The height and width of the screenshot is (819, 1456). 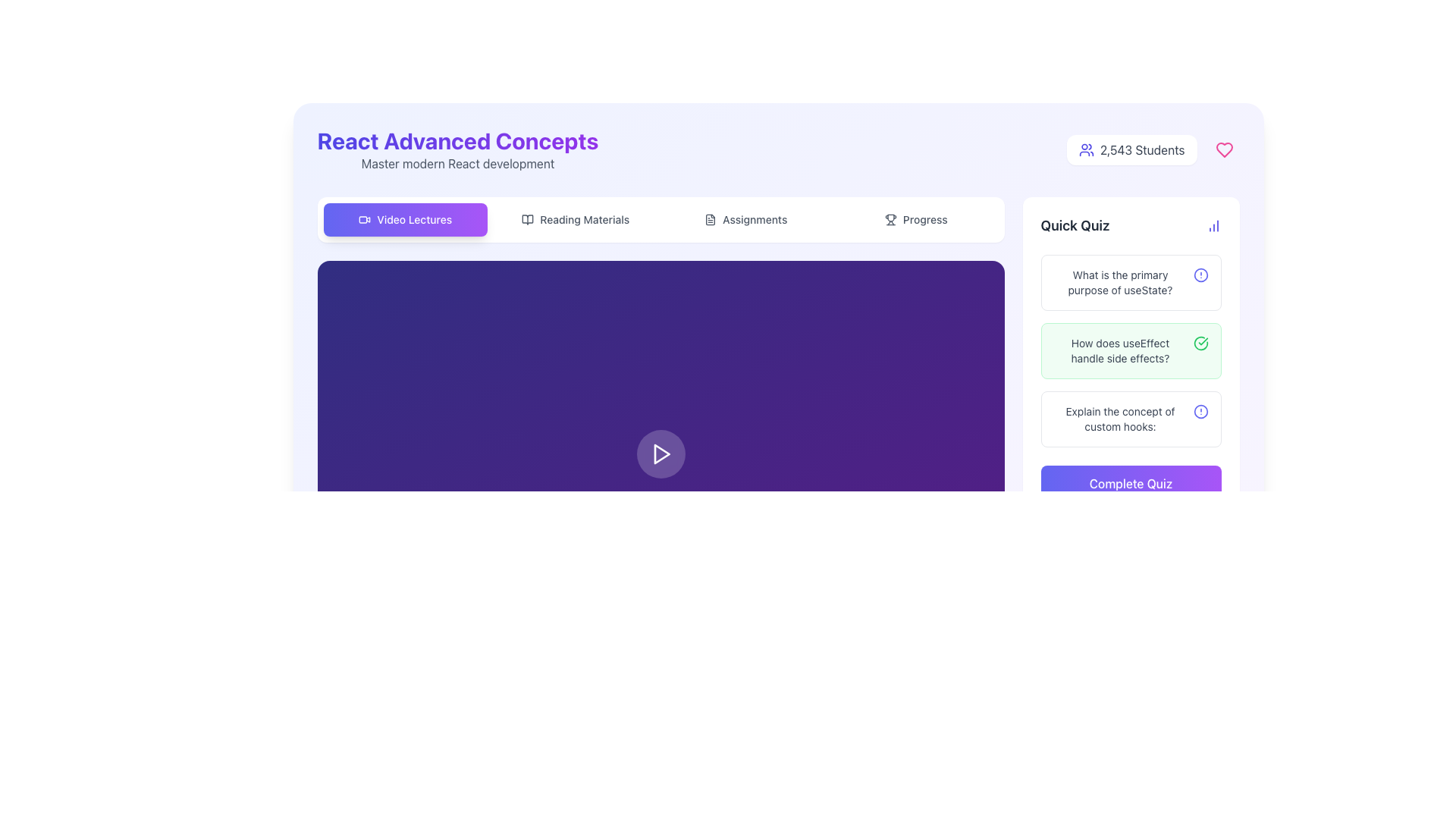 What do you see at coordinates (365, 219) in the screenshot?
I see `the camera icon that is part of the purple 'Video Lectures' button, located at the top-left area of the navigation bar` at bounding box center [365, 219].